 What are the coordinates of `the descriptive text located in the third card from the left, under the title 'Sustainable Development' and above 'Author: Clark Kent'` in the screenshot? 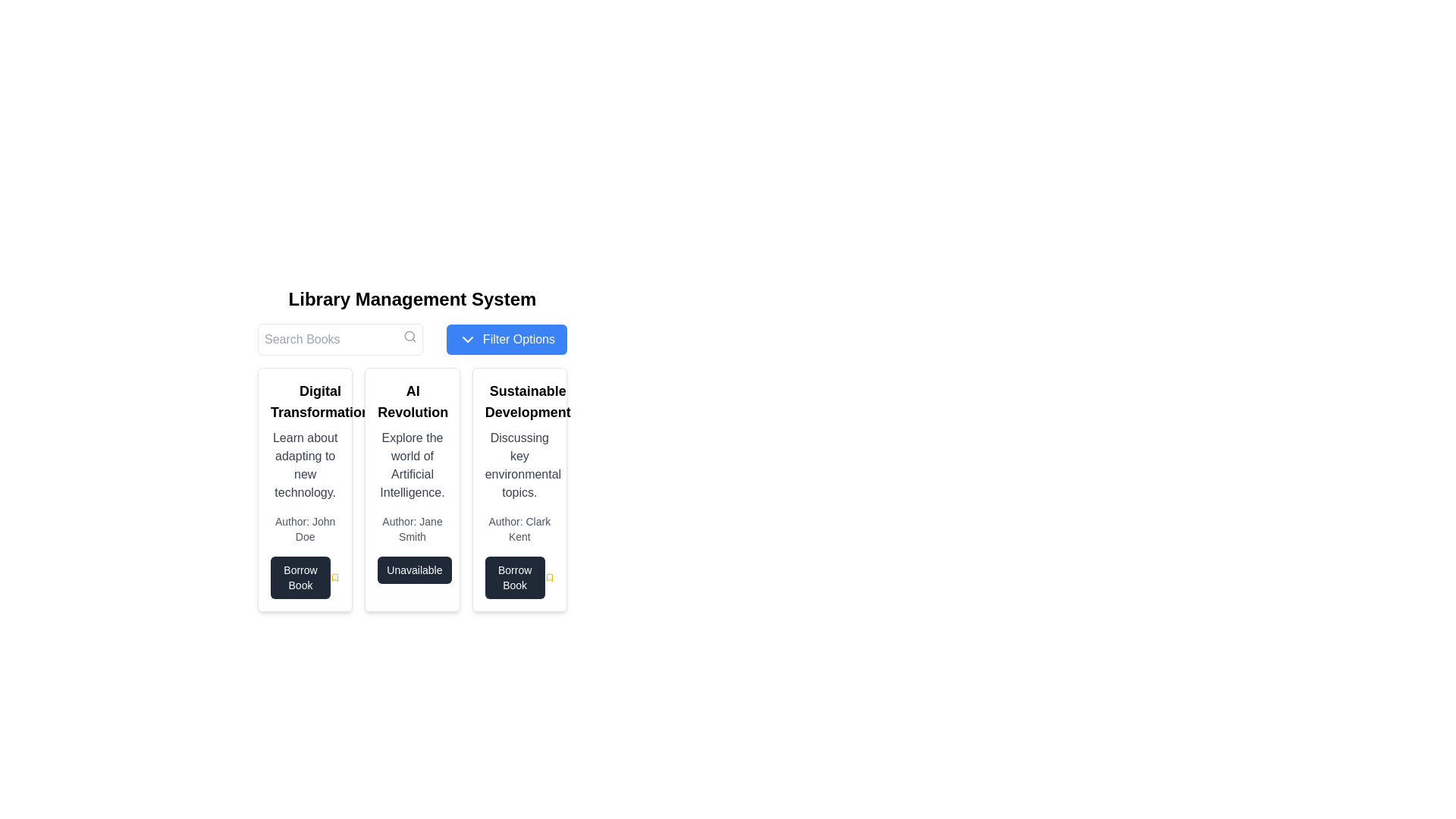 It's located at (519, 464).